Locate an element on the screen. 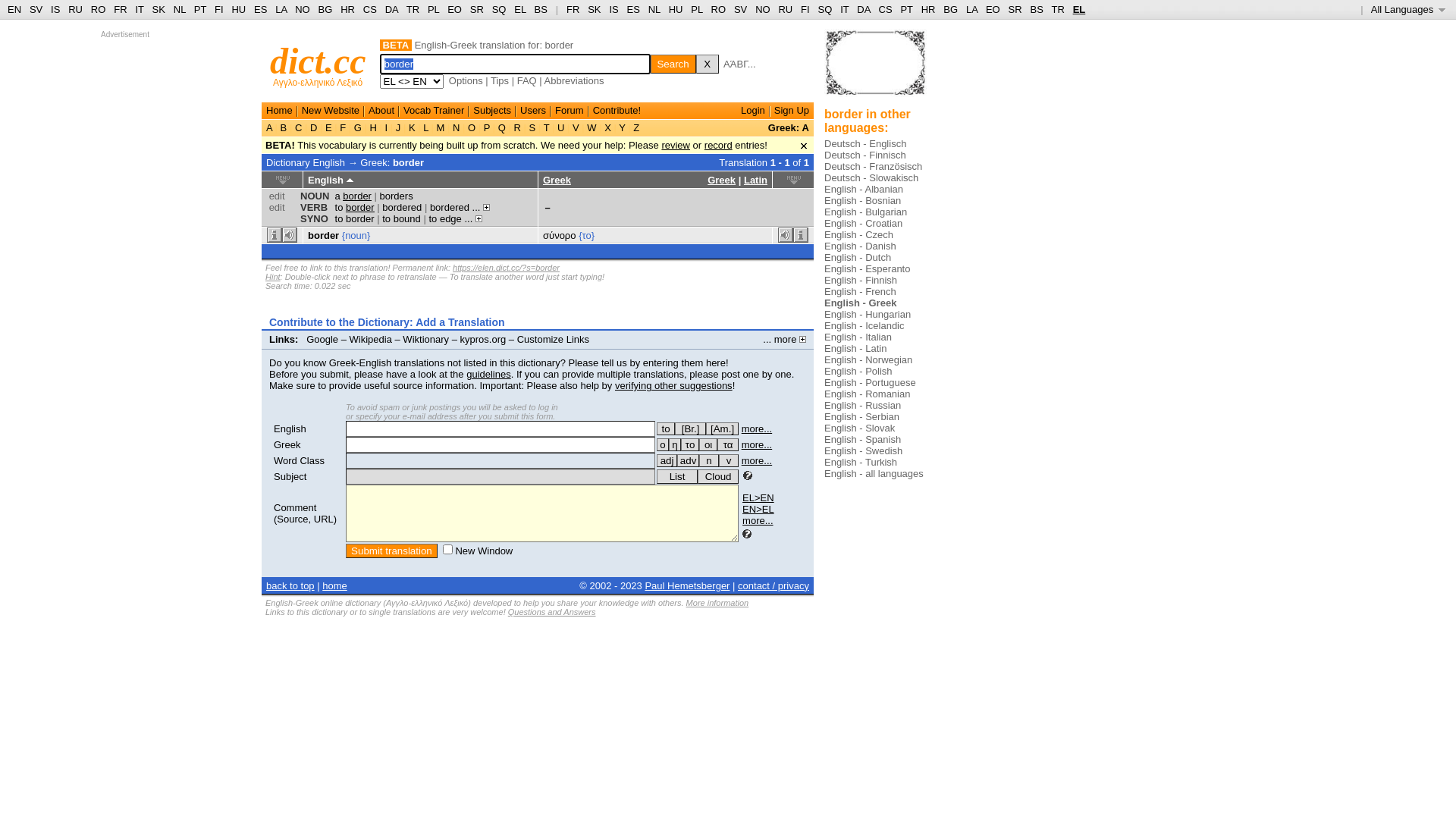  'Abbreviations' is located at coordinates (573, 80).